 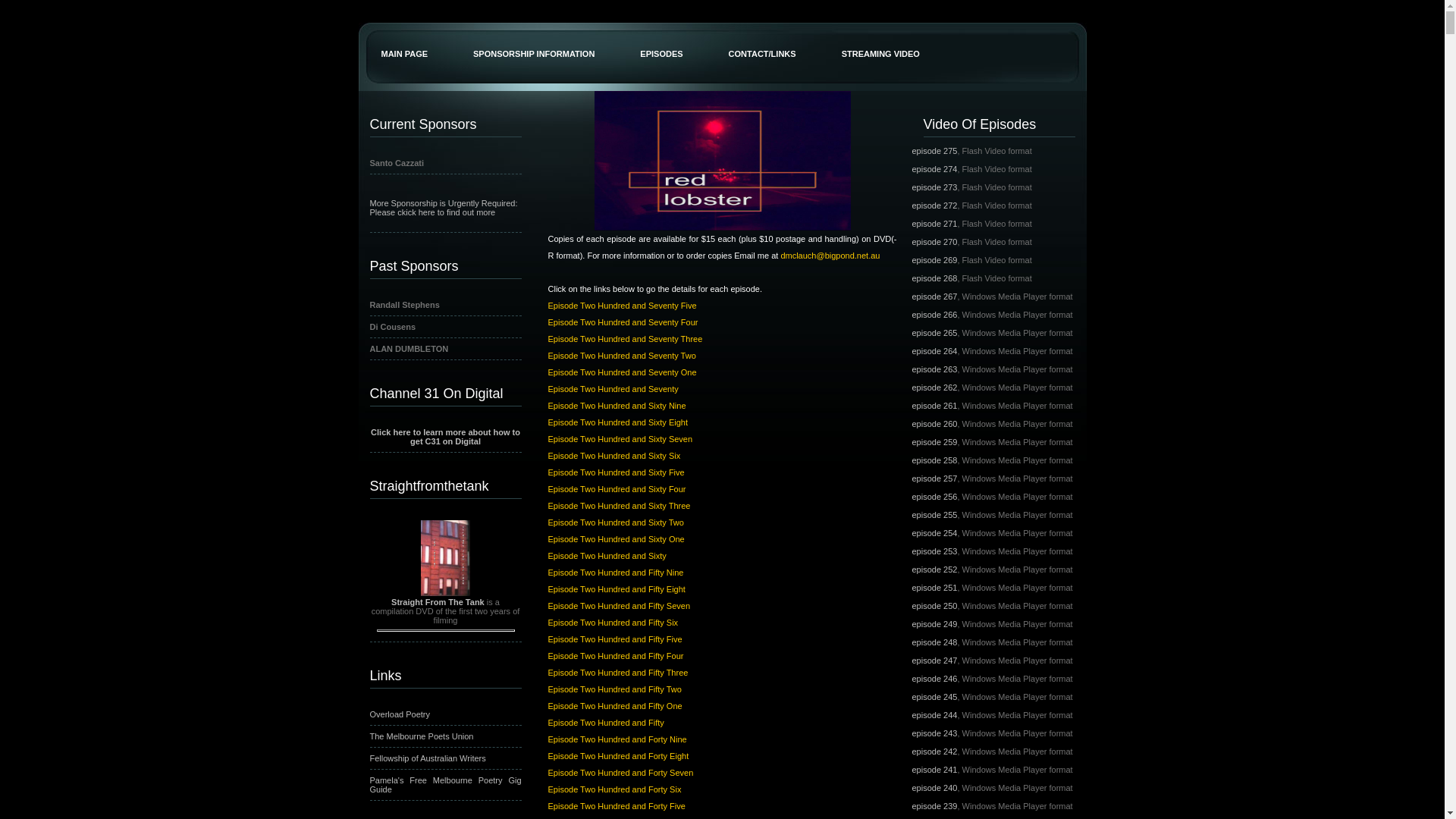 What do you see at coordinates (546, 321) in the screenshot?
I see `'Episode Two Hundred and Seventy Four'` at bounding box center [546, 321].